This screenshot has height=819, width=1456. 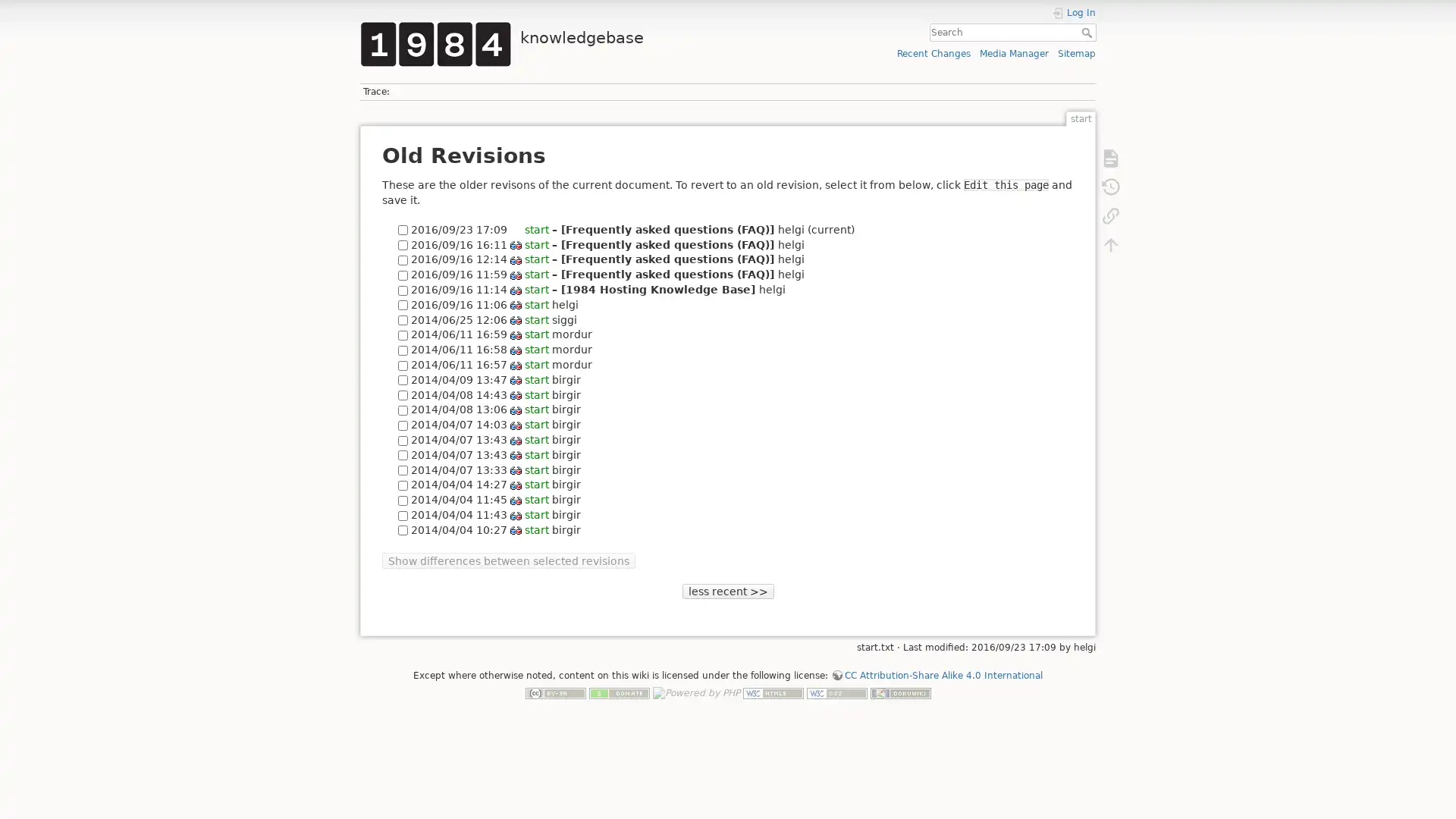 What do you see at coordinates (509, 560) in the screenshot?
I see `Show differences between selected revisions` at bounding box center [509, 560].